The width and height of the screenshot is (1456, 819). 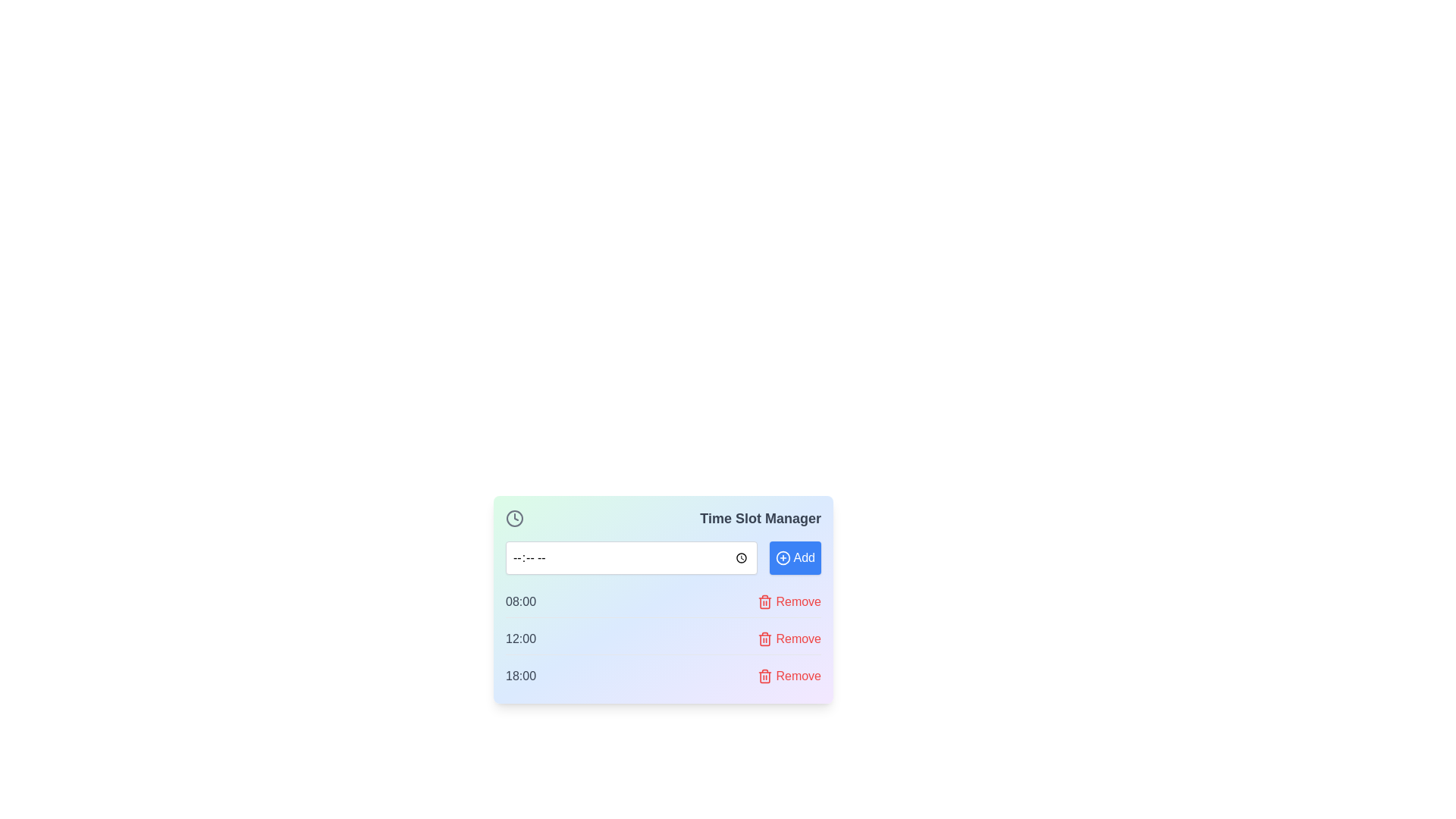 I want to click on the red trash bin icon adjacent to the 'Remove' text in the second row of the 'Time Slot Manager' interface, so click(x=765, y=639).